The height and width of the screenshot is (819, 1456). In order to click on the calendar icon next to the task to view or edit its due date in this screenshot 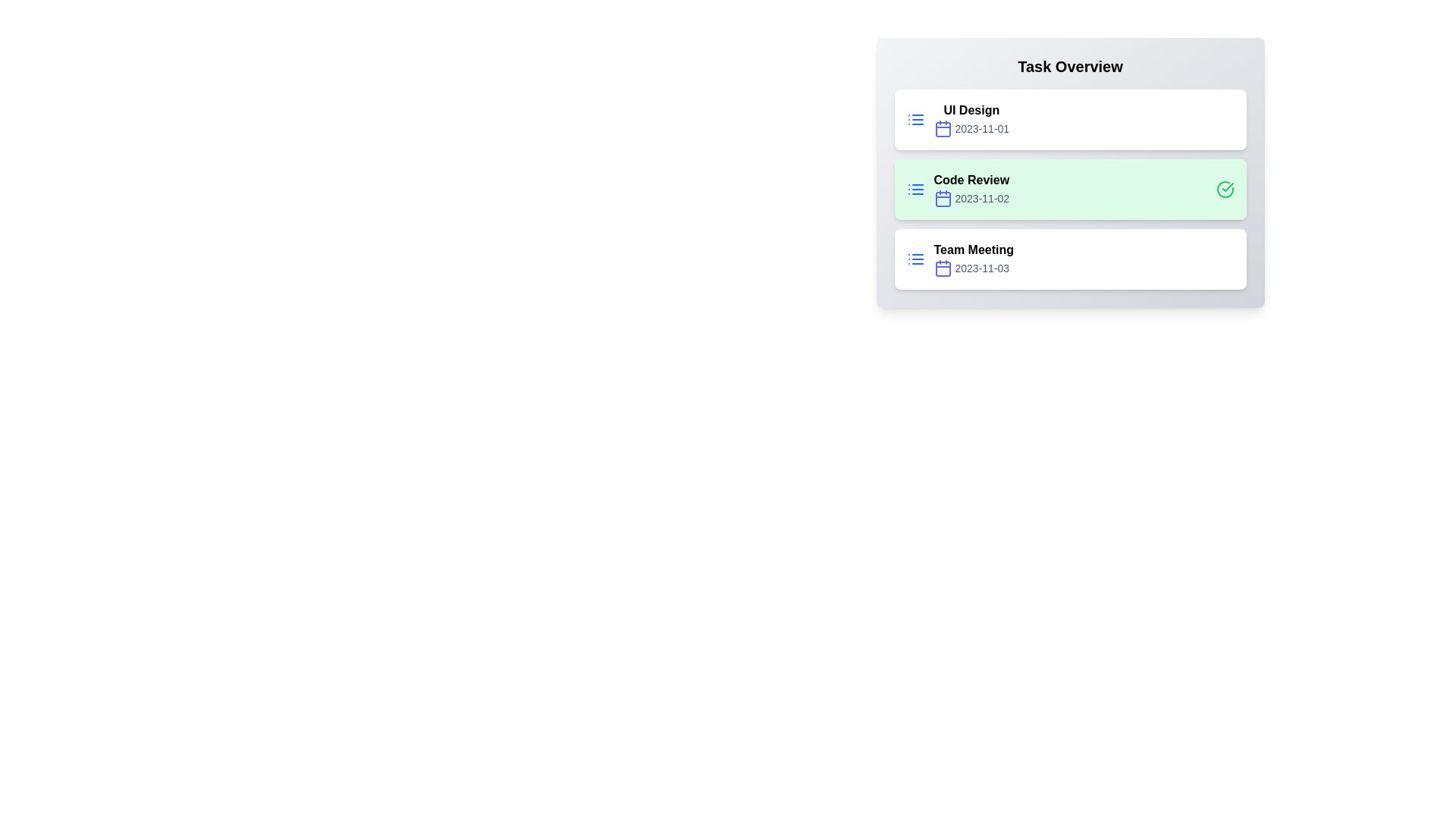, I will do `click(942, 127)`.